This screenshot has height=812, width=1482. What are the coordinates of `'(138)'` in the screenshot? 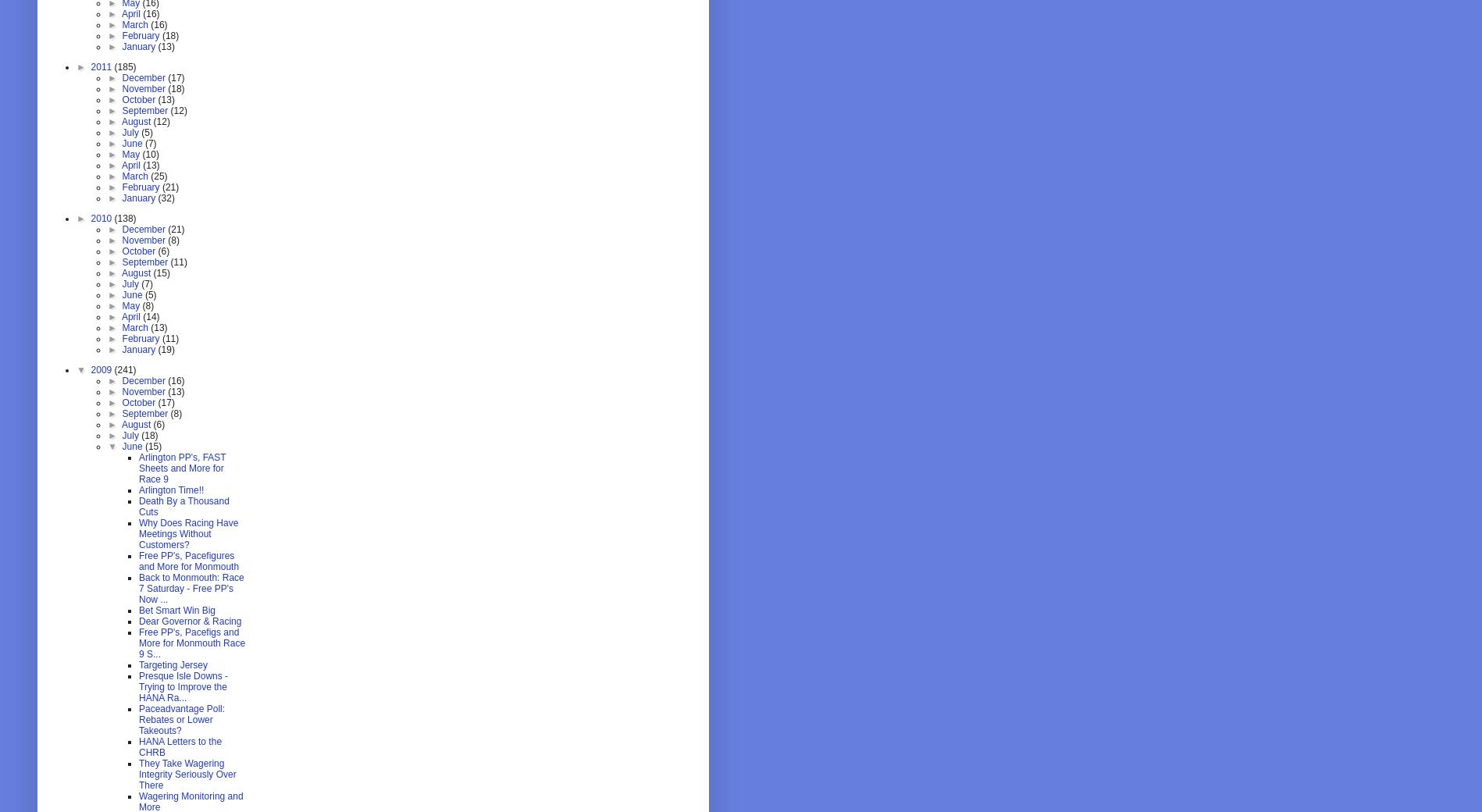 It's located at (124, 217).